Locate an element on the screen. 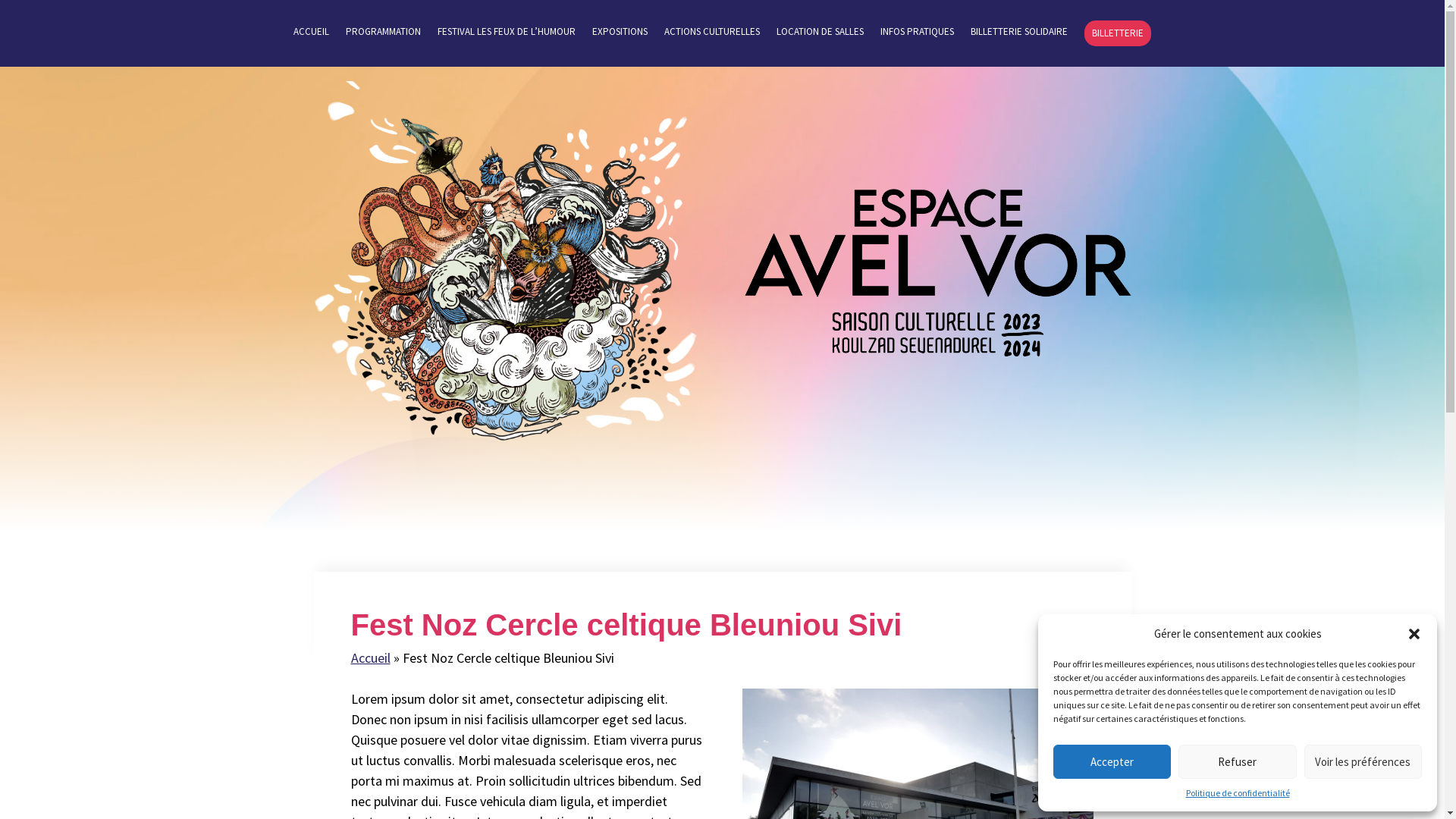  'LOCATION DE SALLES' is located at coordinates (819, 35).